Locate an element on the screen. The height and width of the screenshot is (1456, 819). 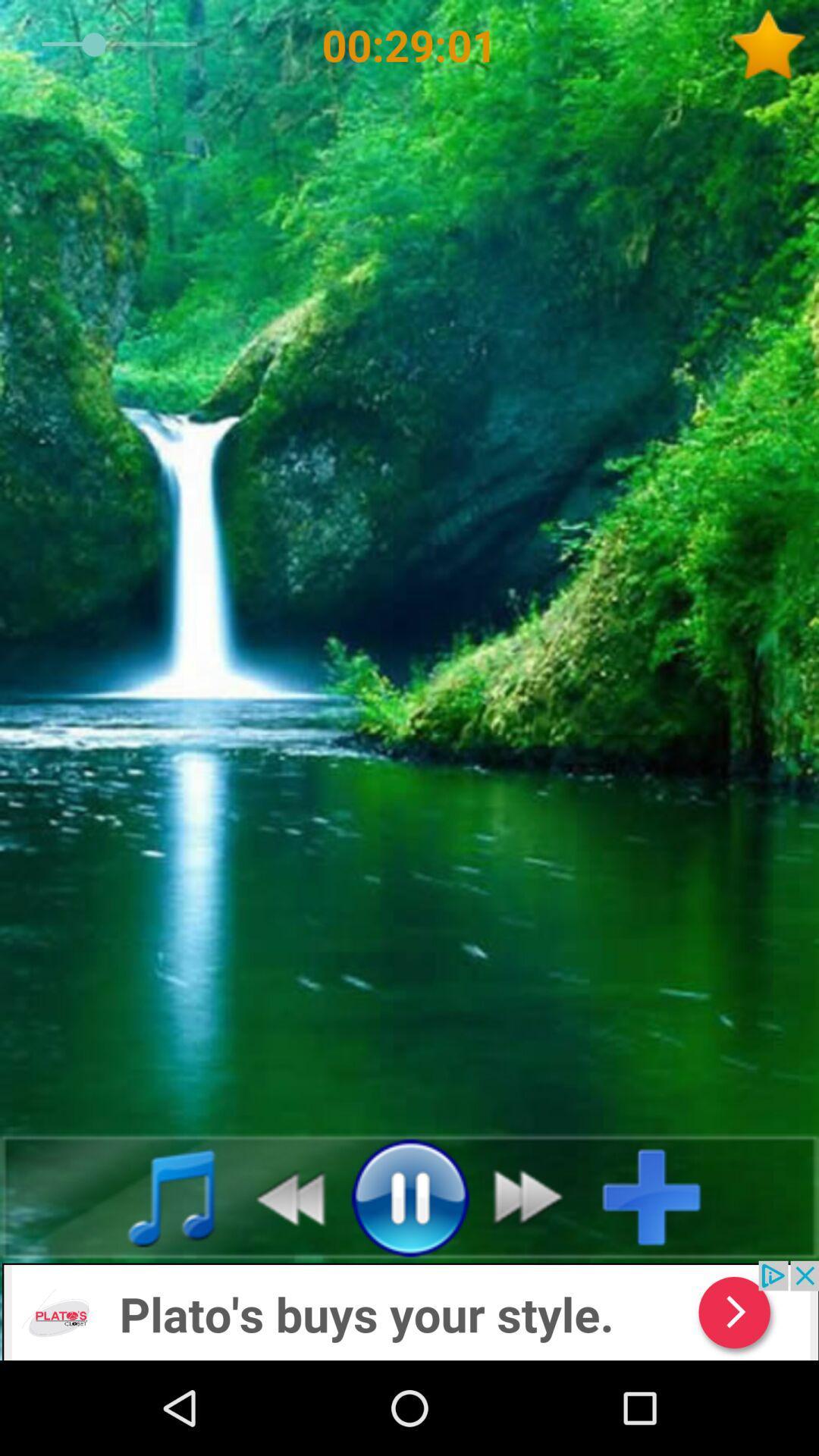
the music icon is located at coordinates (155, 1196).